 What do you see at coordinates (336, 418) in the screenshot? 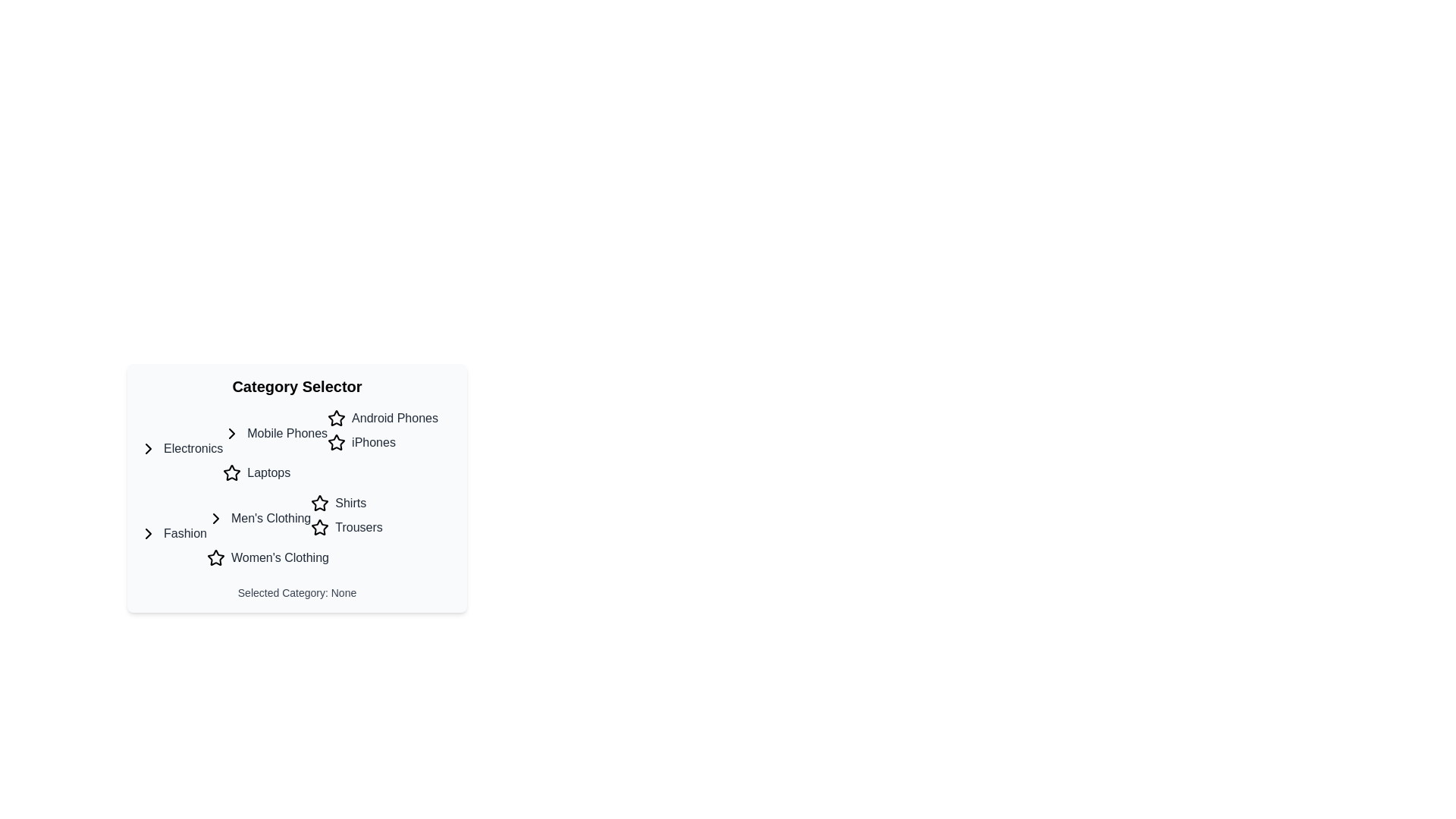
I see `the decorative star icon that emphasizes the 'Android Phones' category, positioned to the left of the 'Android Phones' label in the category selection panel` at bounding box center [336, 418].